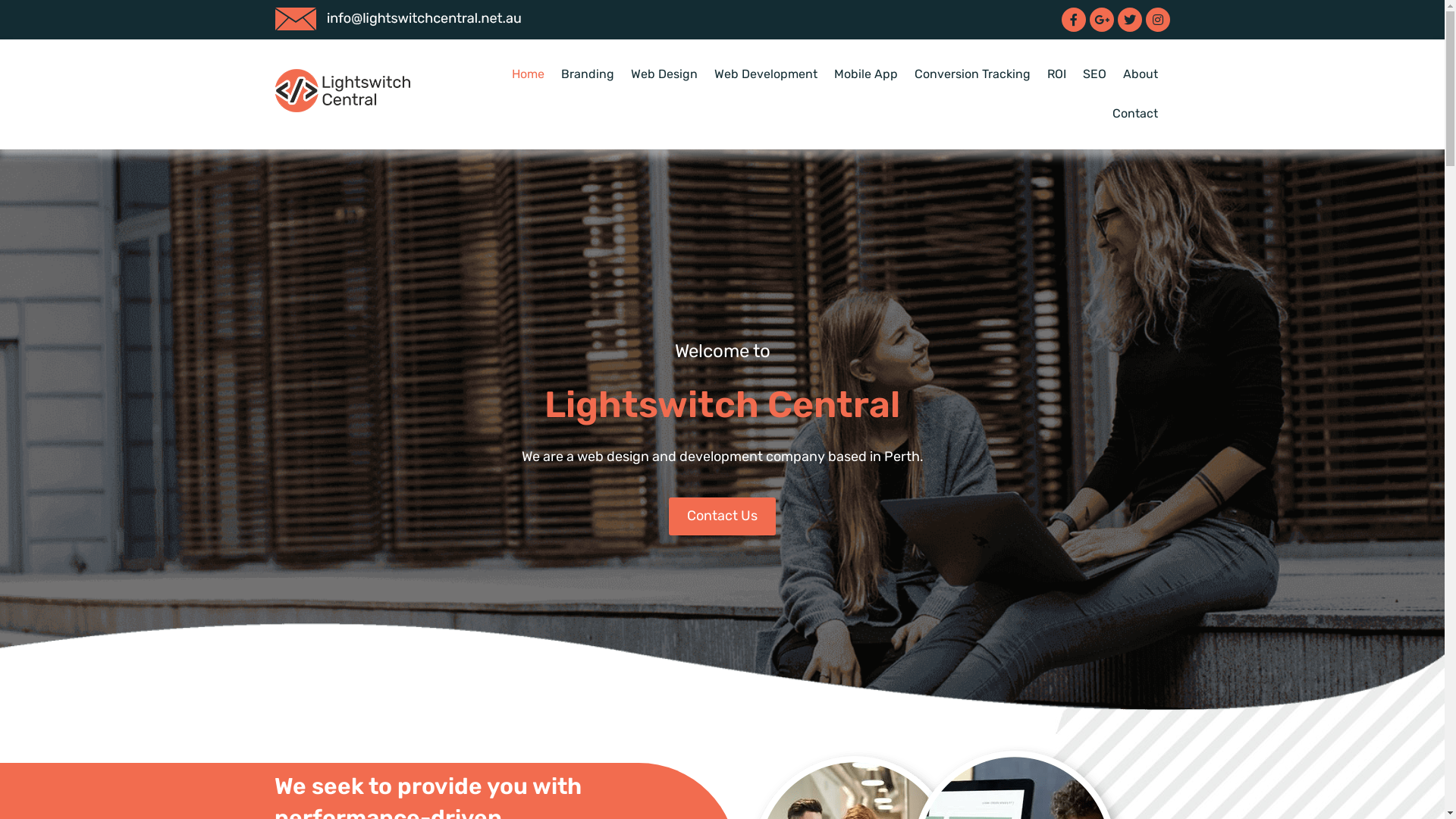  I want to click on 'Mobile App', so click(866, 74).